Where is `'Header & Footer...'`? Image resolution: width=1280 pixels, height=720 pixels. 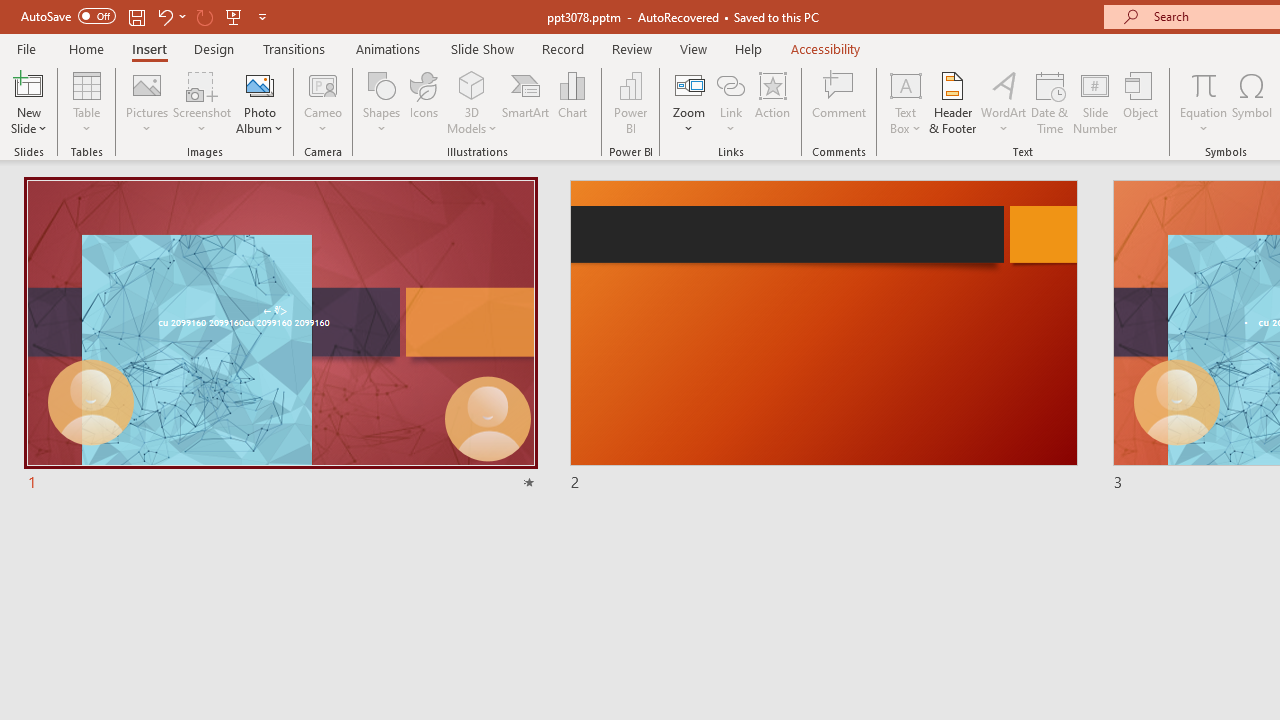
'Header & Footer...' is located at coordinates (951, 103).